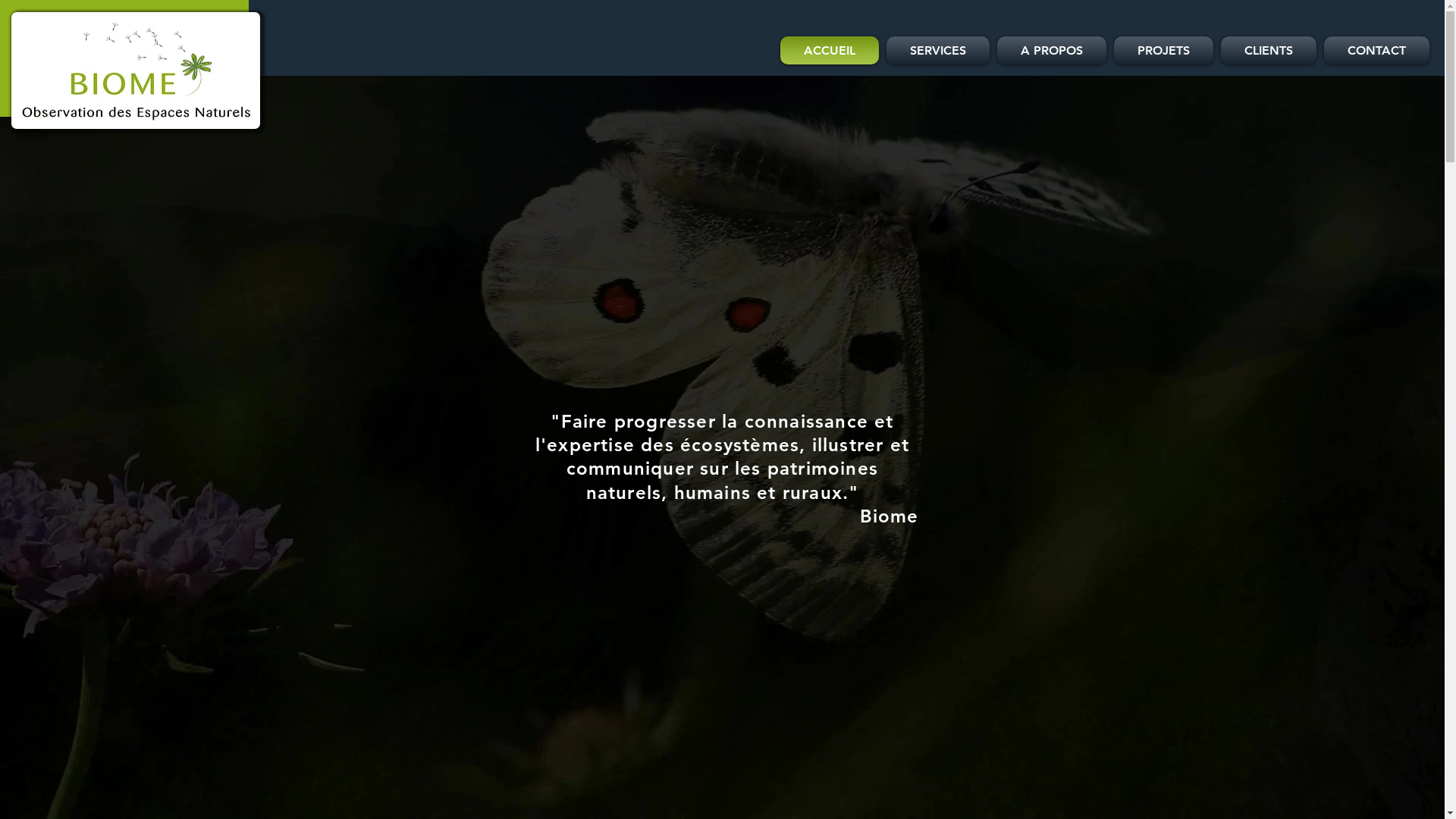  Describe the element at coordinates (1269, 49) in the screenshot. I see `'CLIENTS'` at that location.